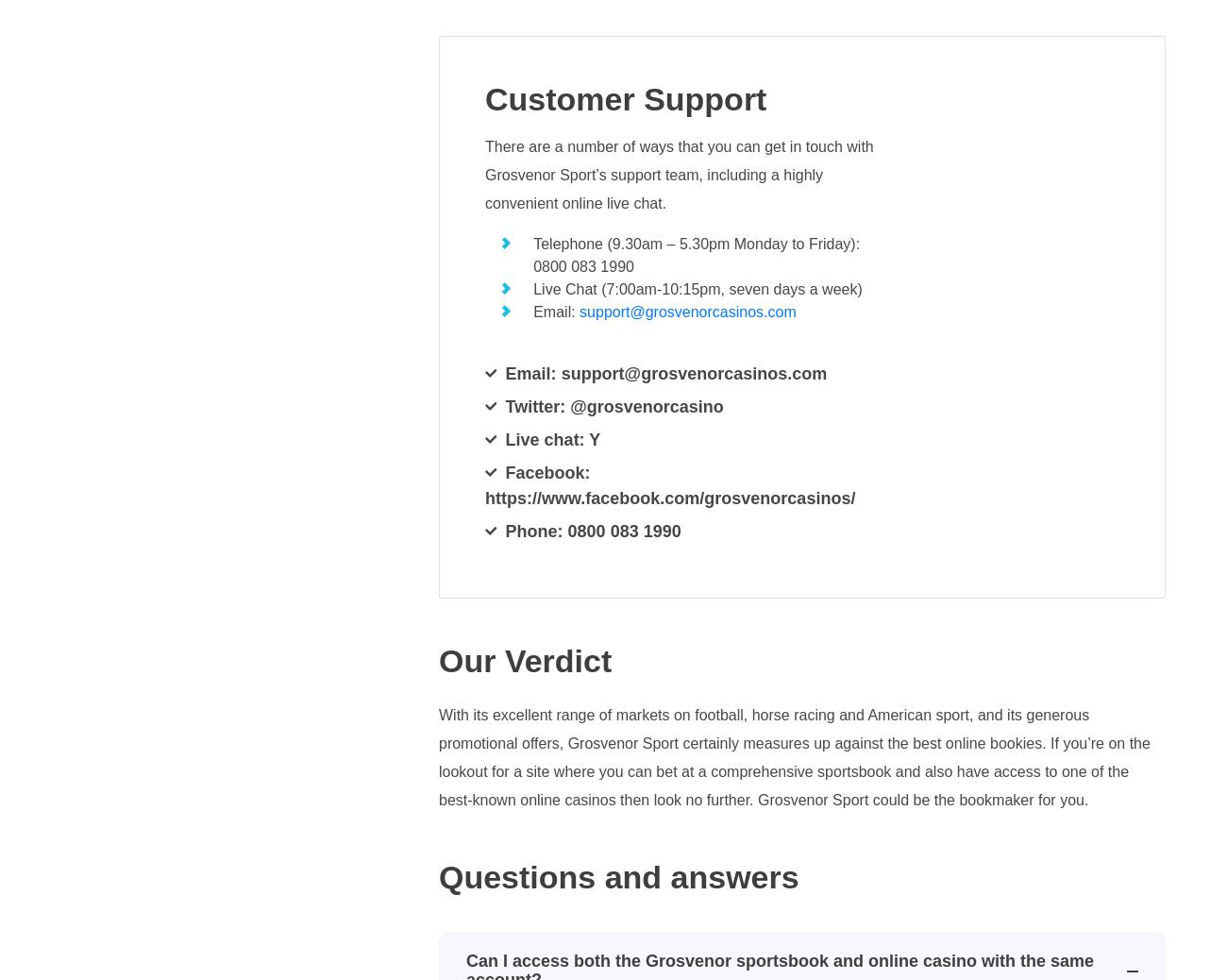 The image size is (1227, 980). What do you see at coordinates (669, 484) in the screenshot?
I see `'Facebook: https://www.facebook.com/grosvenorcasinos/'` at bounding box center [669, 484].